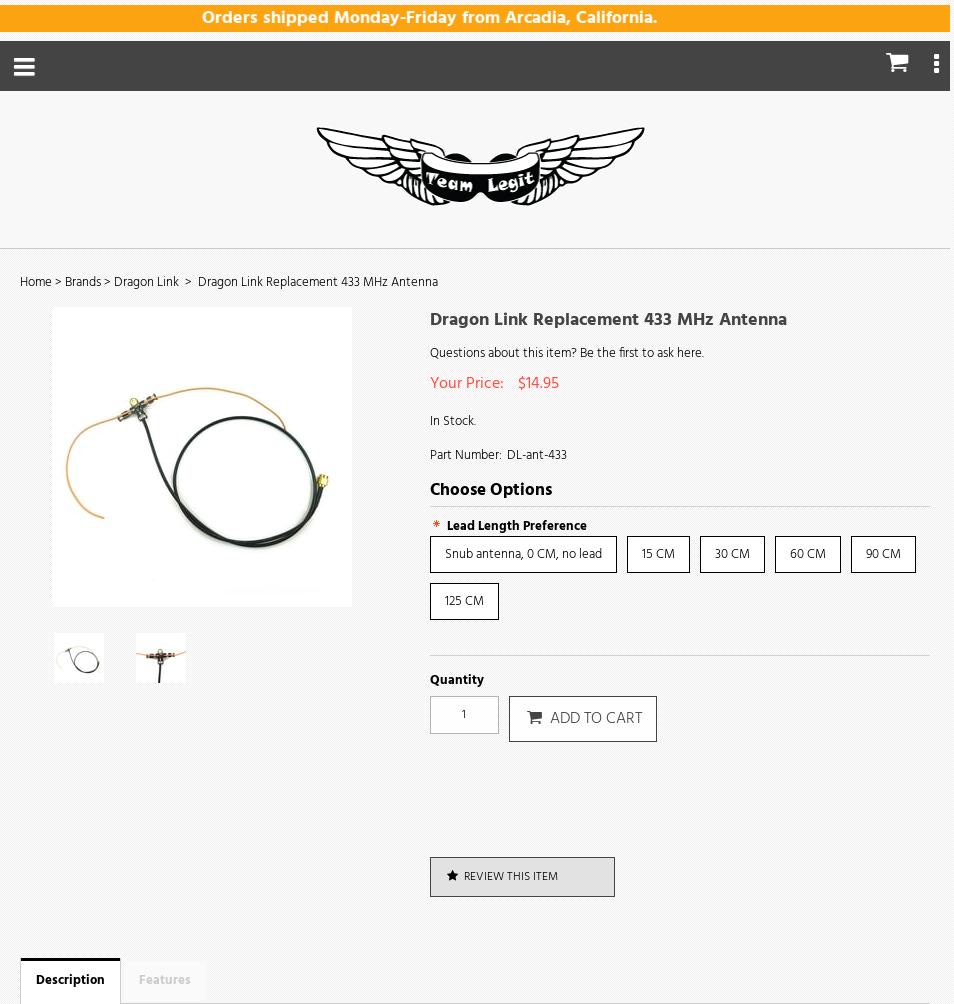 Image resolution: width=954 pixels, height=1004 pixels. What do you see at coordinates (606, 319) in the screenshot?
I see `'Dragon Link Replacement 433 MHz Antenna'` at bounding box center [606, 319].